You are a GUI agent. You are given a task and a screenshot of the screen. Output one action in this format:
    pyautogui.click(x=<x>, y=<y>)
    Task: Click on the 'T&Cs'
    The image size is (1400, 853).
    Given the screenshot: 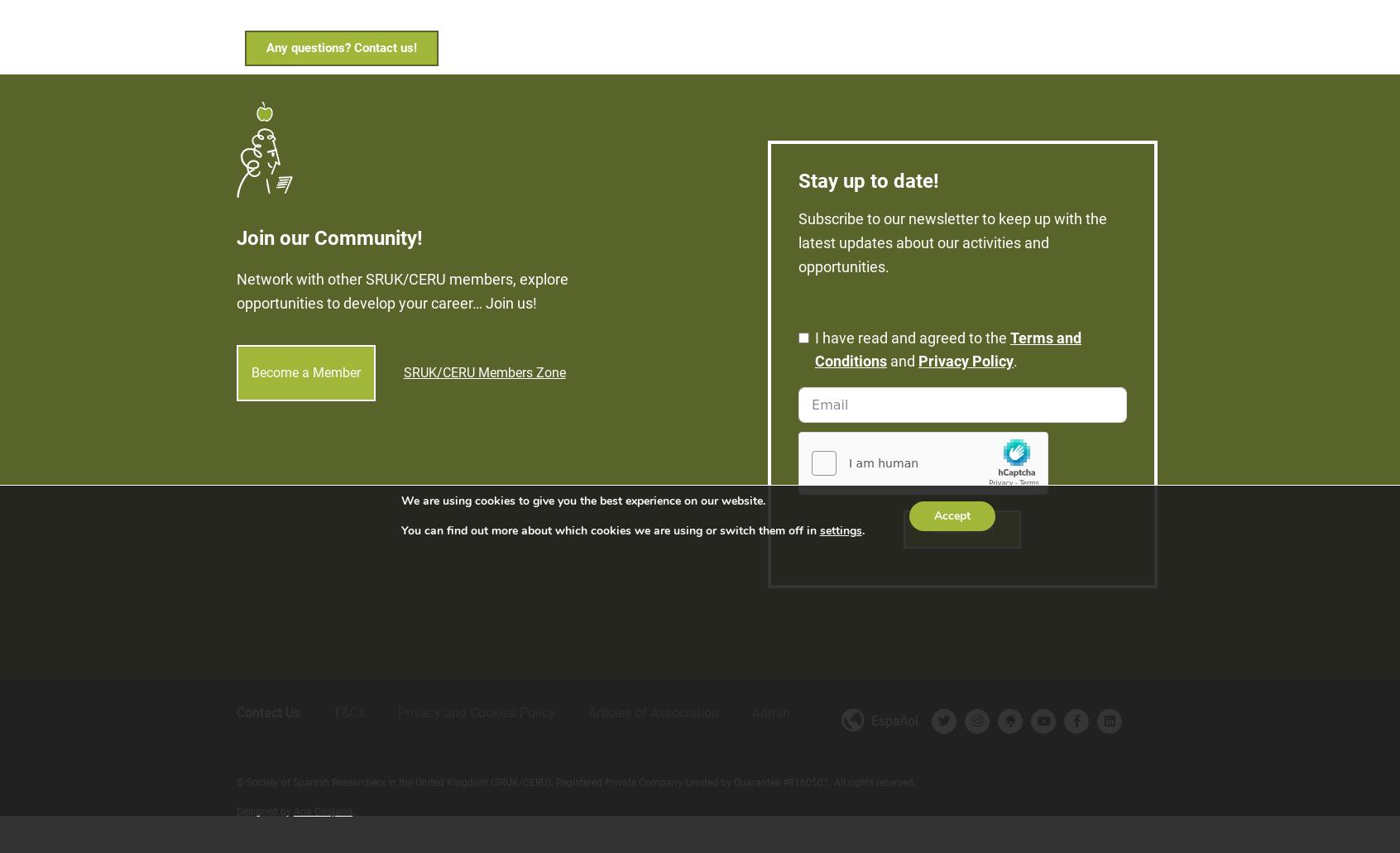 What is the action you would take?
    pyautogui.click(x=348, y=697)
    